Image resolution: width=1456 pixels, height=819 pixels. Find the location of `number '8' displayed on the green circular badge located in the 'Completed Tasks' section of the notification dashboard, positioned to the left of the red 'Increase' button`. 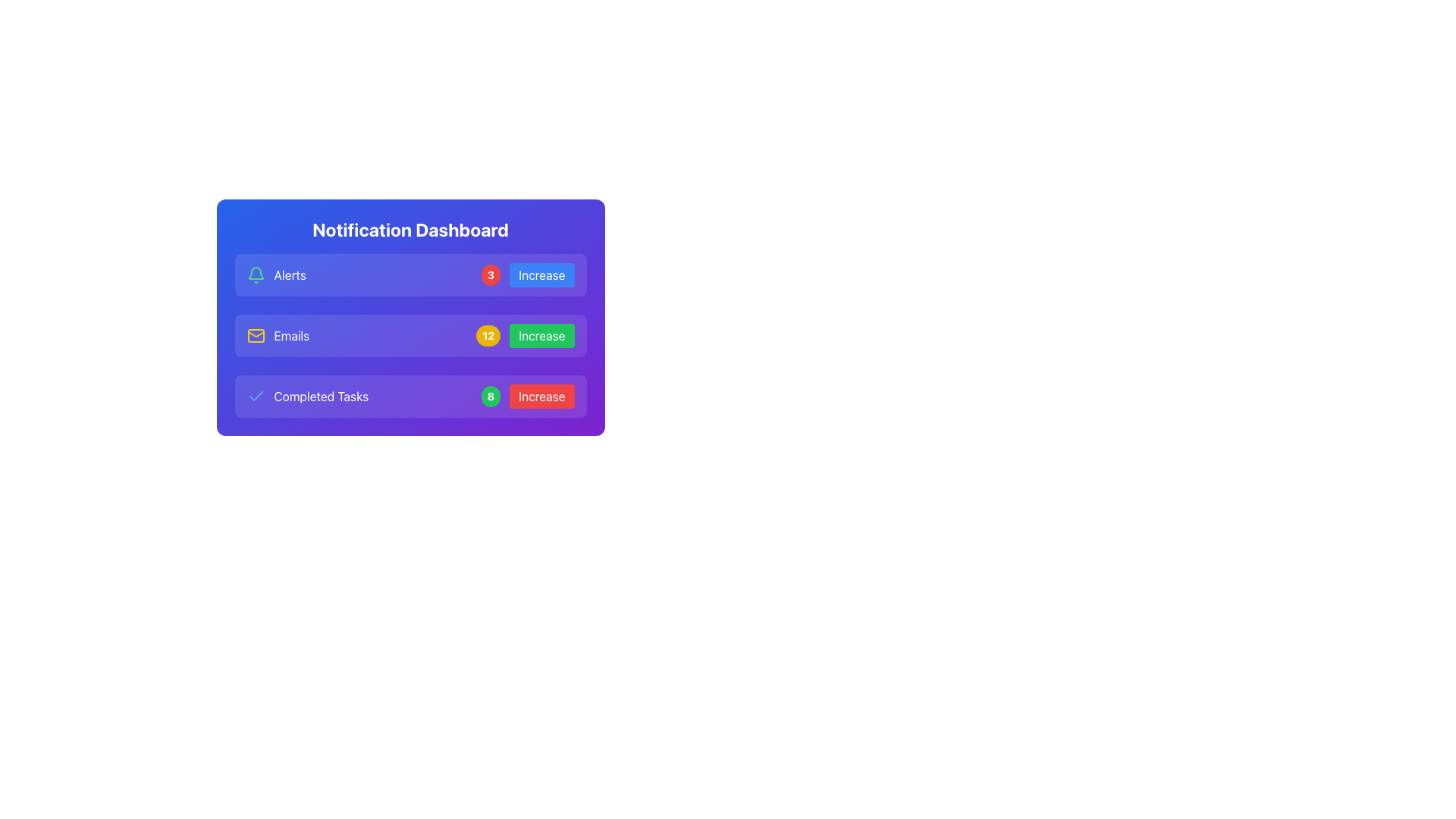

number '8' displayed on the green circular badge located in the 'Completed Tasks' section of the notification dashboard, positioned to the left of the red 'Increase' button is located at coordinates (491, 396).